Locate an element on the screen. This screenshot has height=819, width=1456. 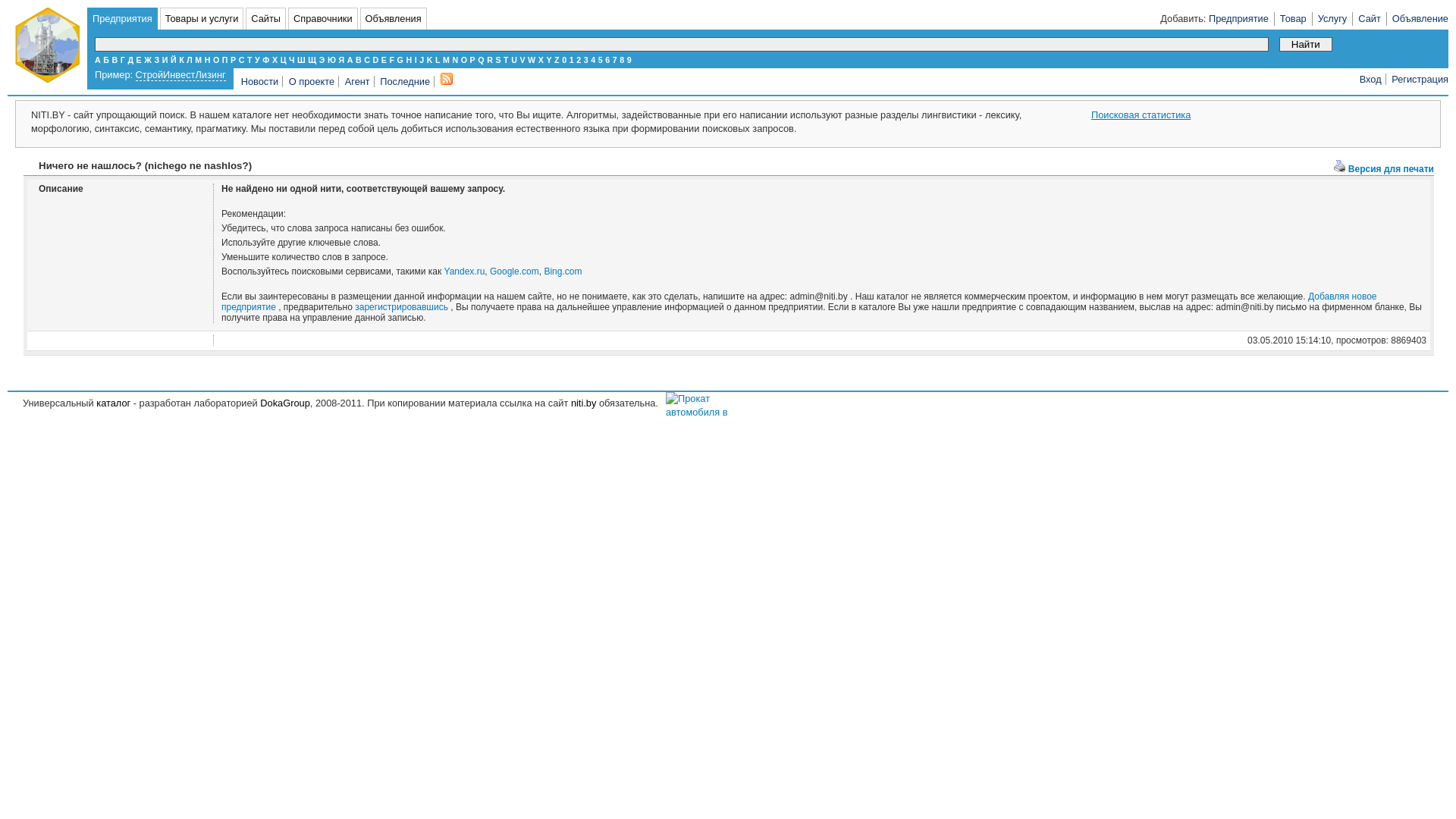
'3' is located at coordinates (582, 58).